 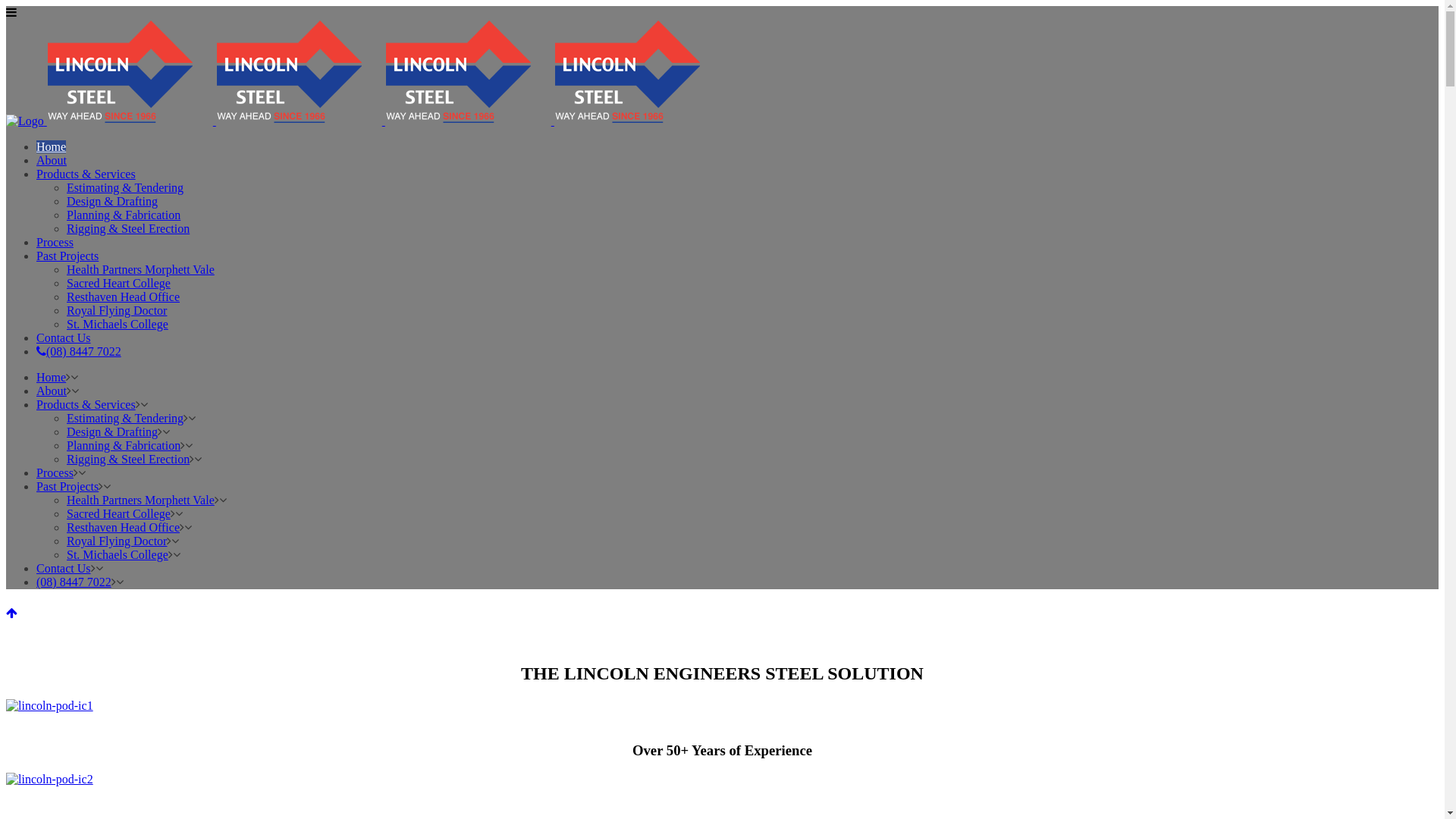 What do you see at coordinates (62, 337) in the screenshot?
I see `'Contact Us'` at bounding box center [62, 337].